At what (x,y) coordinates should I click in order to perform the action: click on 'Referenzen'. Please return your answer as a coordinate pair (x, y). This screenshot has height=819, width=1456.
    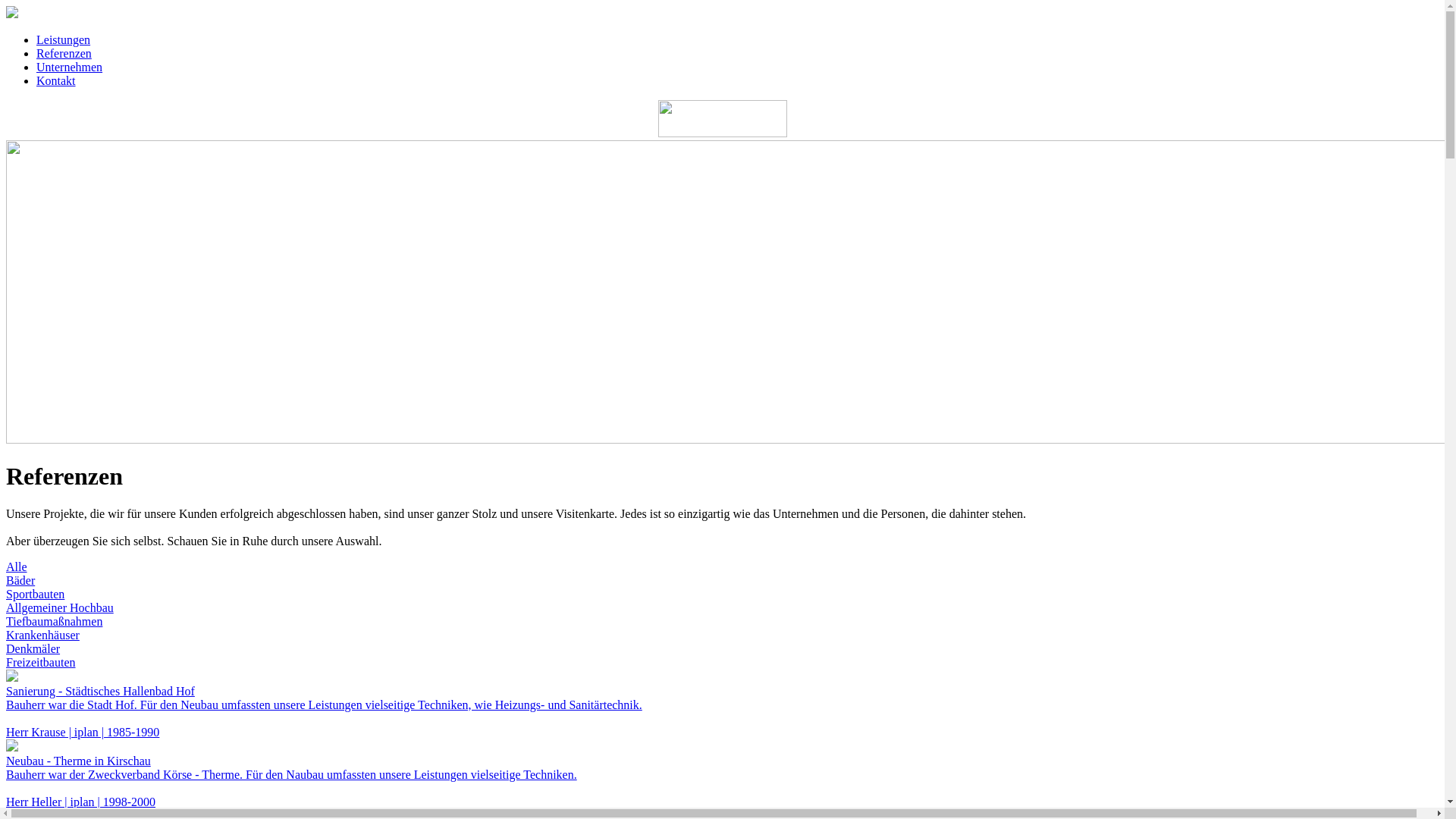
    Looking at the image, I should click on (63, 52).